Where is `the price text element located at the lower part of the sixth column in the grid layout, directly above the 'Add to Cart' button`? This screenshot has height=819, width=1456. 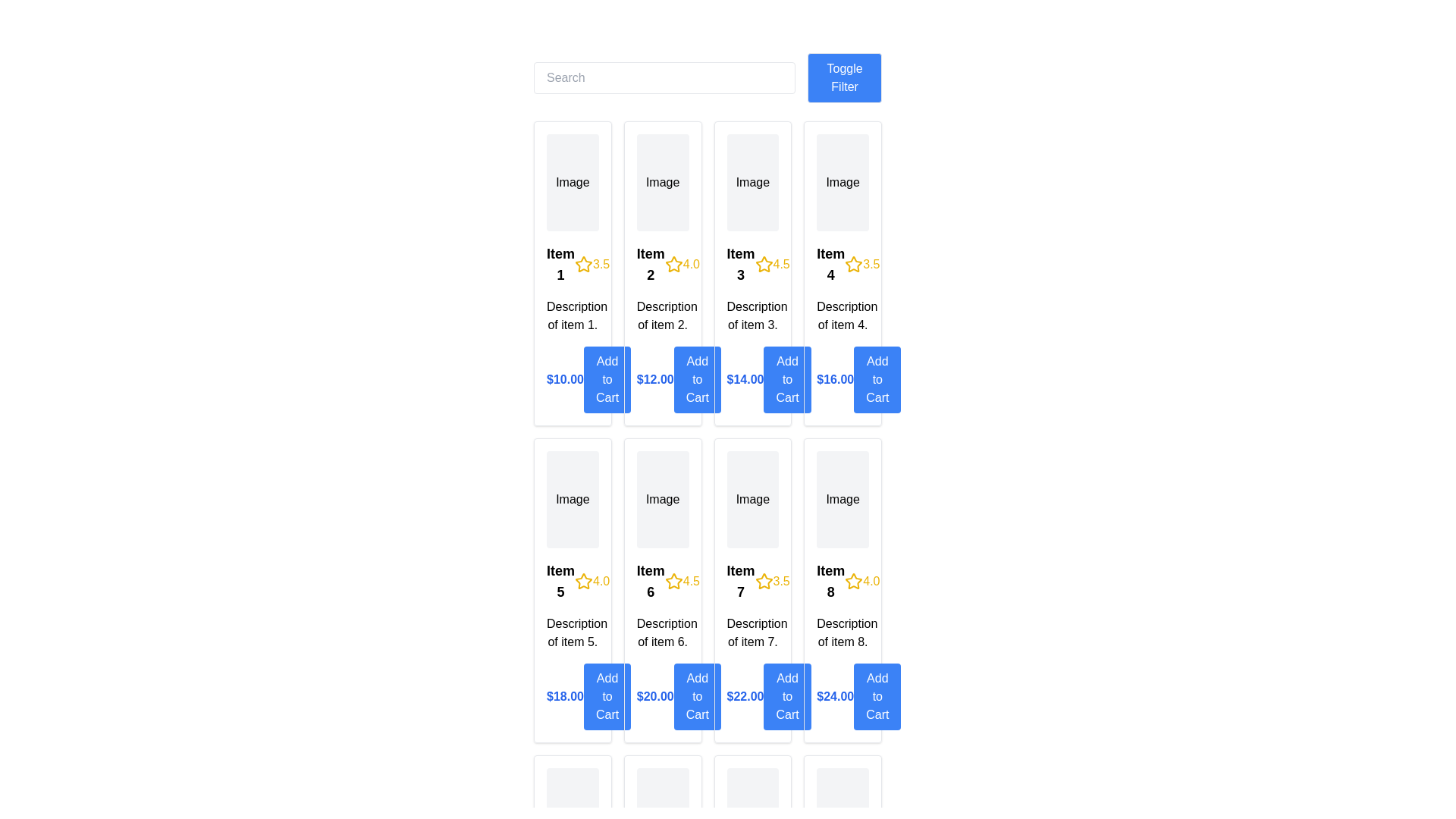
the price text element located at the lower part of the sixth column in the grid layout, directly above the 'Add to Cart' button is located at coordinates (655, 696).